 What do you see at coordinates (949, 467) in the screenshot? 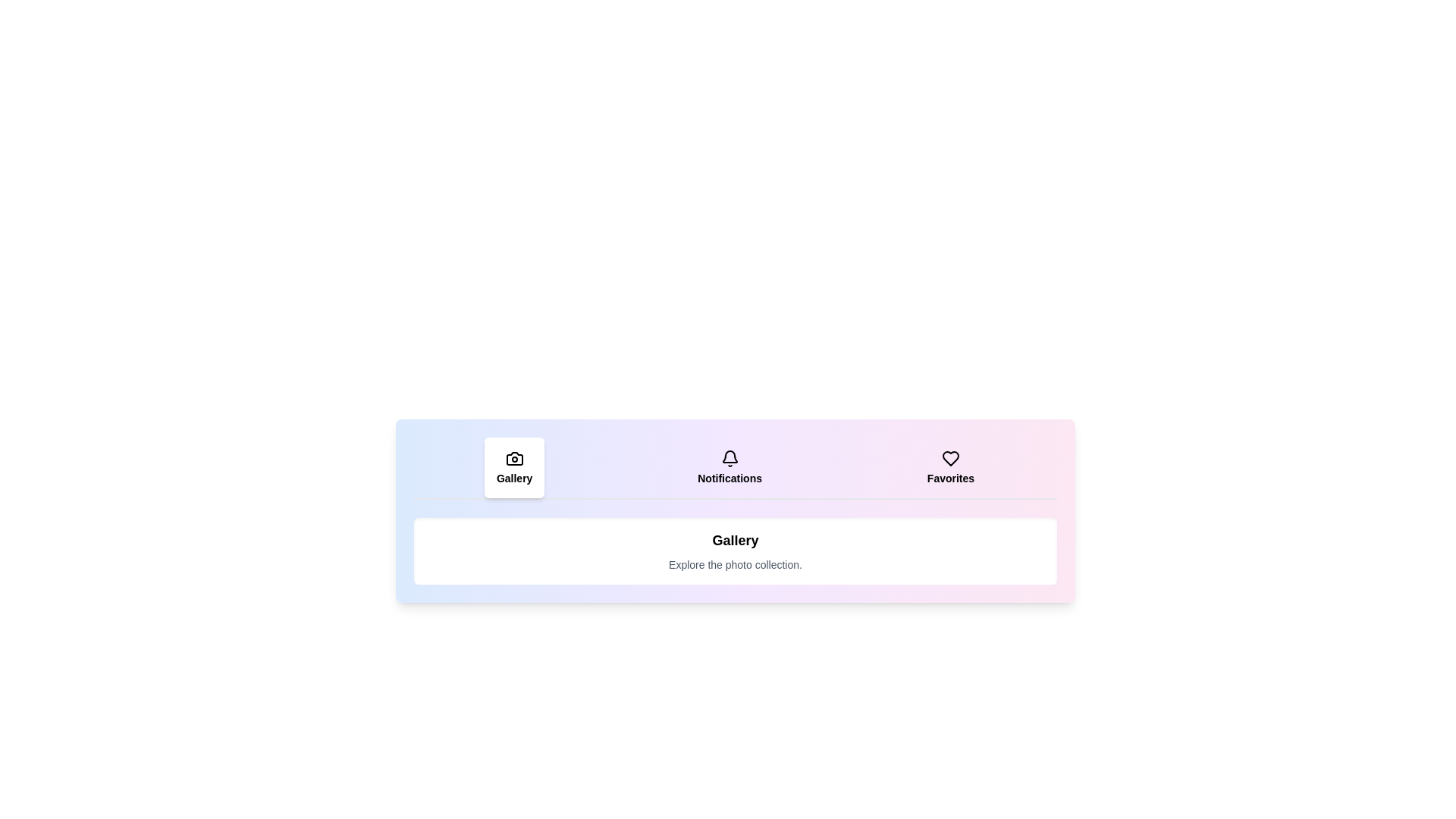
I see `the Favorites tab to view its content` at bounding box center [949, 467].